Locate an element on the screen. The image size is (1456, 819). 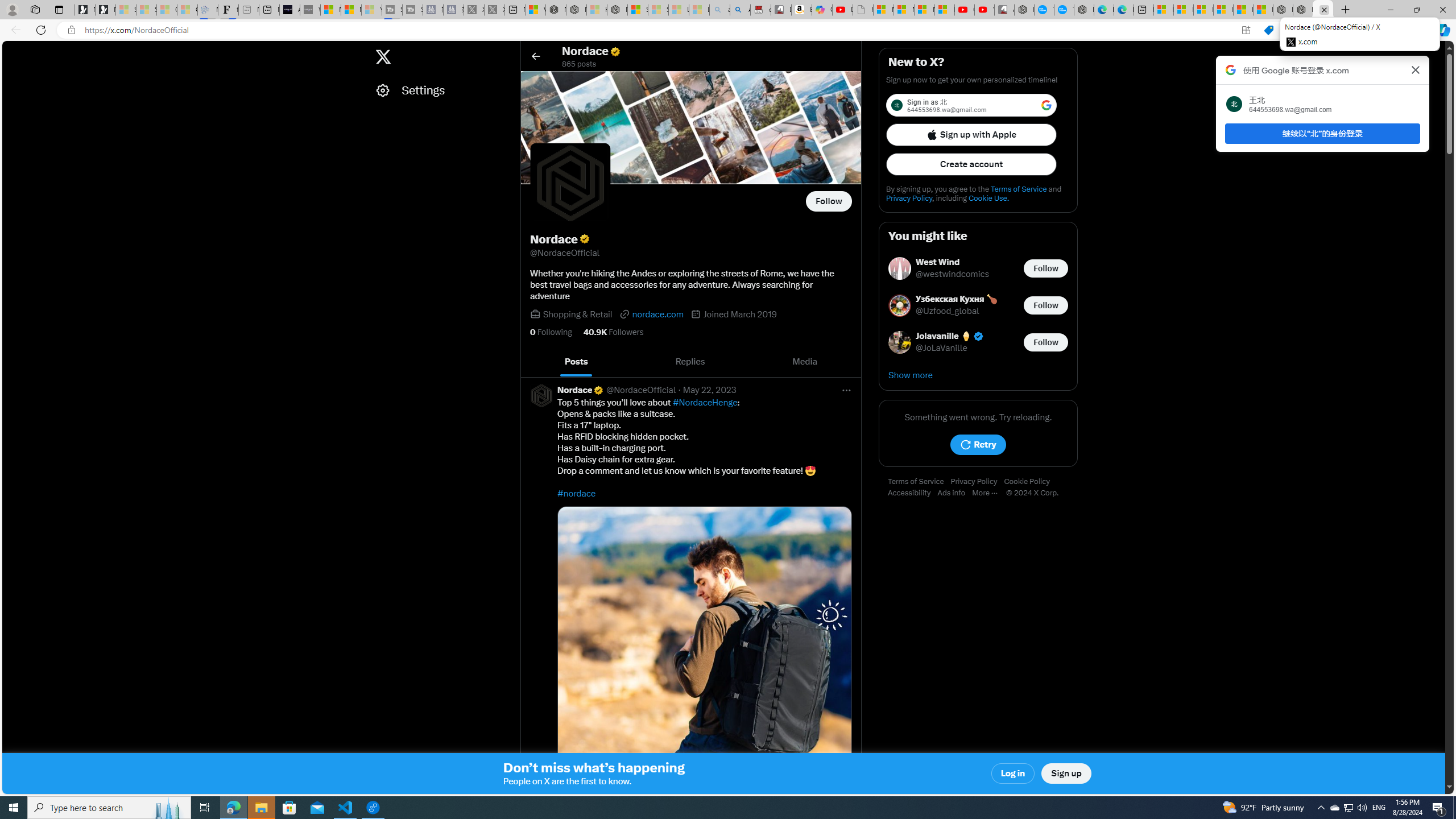
'0 Following' is located at coordinates (550, 331).